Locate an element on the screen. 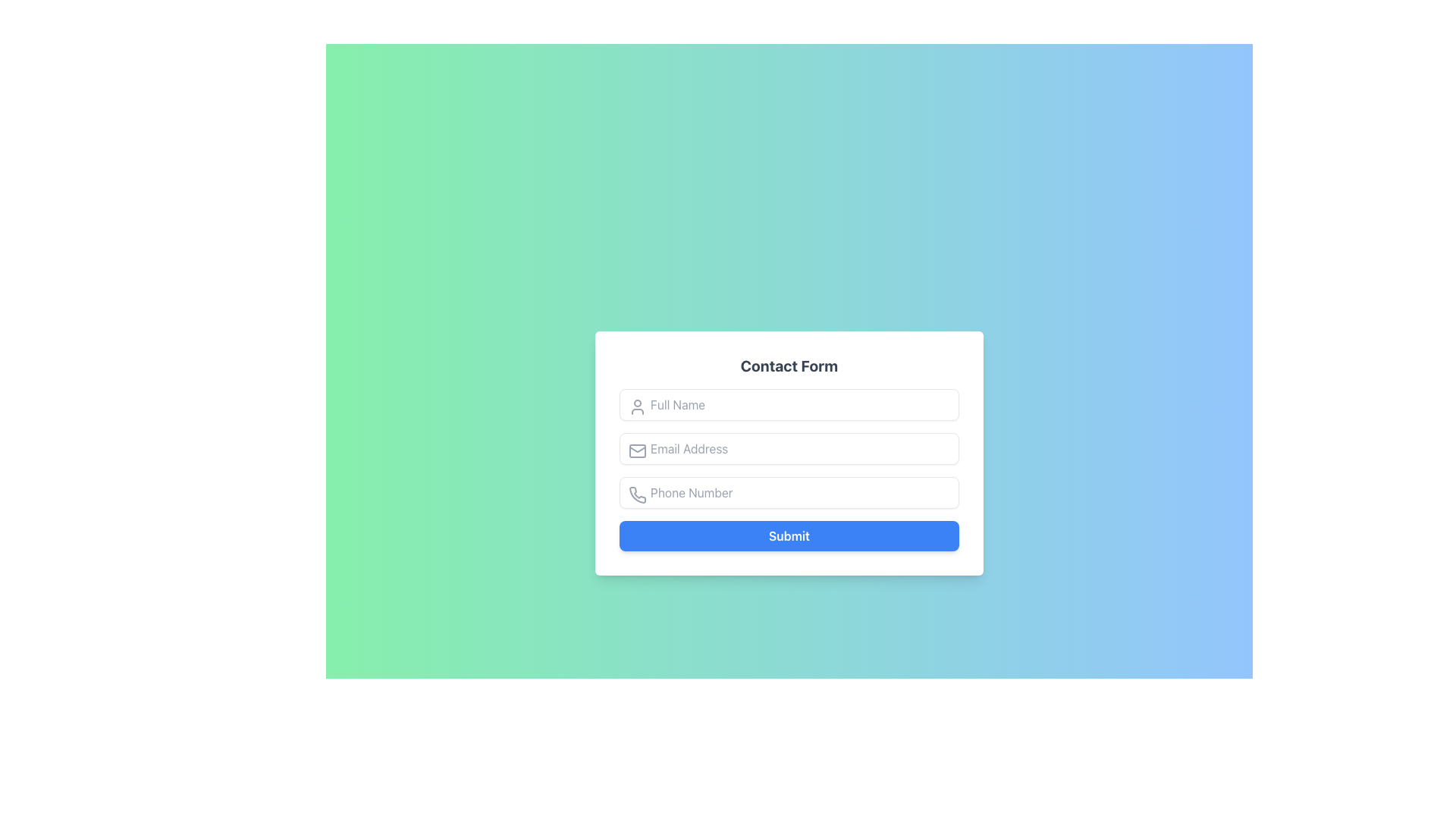 This screenshot has width=1456, height=819. the user icon represented as a simple gray profile silhouette, located to the left of the 'Full Name' text field is located at coordinates (637, 406).